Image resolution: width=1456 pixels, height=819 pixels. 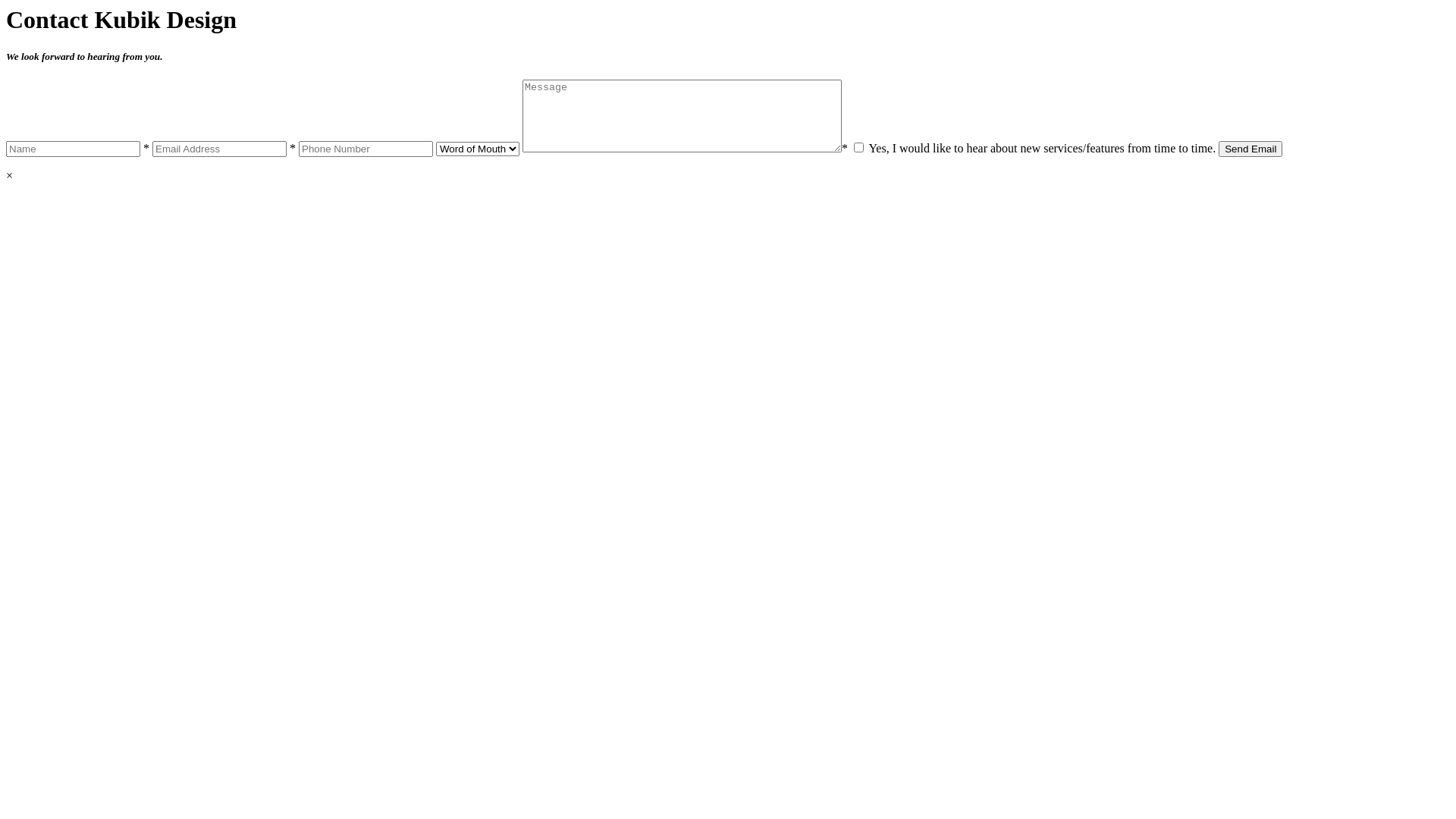 I want to click on 'Send Email', so click(x=1250, y=149).